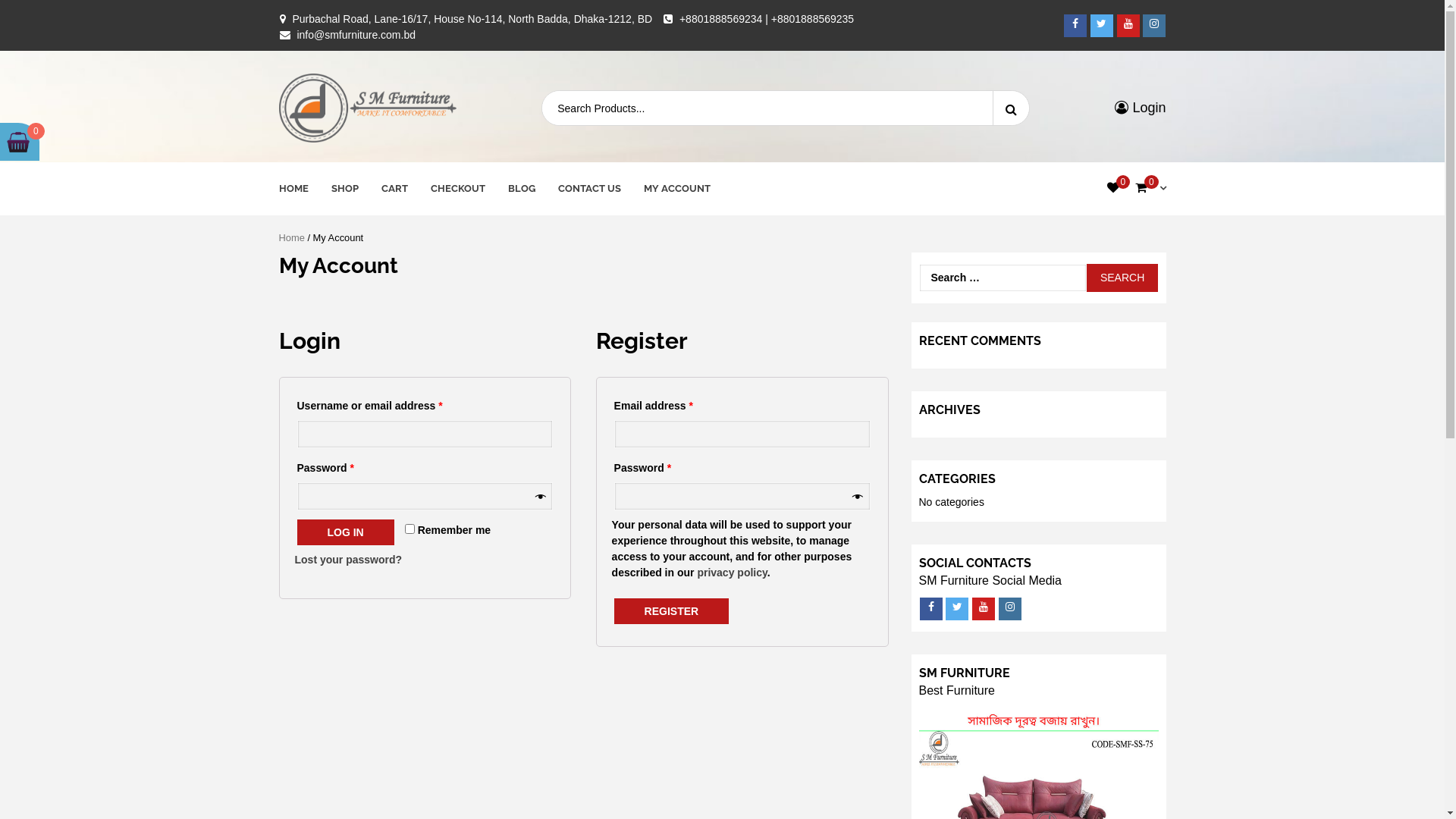 This screenshot has width=1456, height=819. I want to click on 'HOME', so click(293, 188).